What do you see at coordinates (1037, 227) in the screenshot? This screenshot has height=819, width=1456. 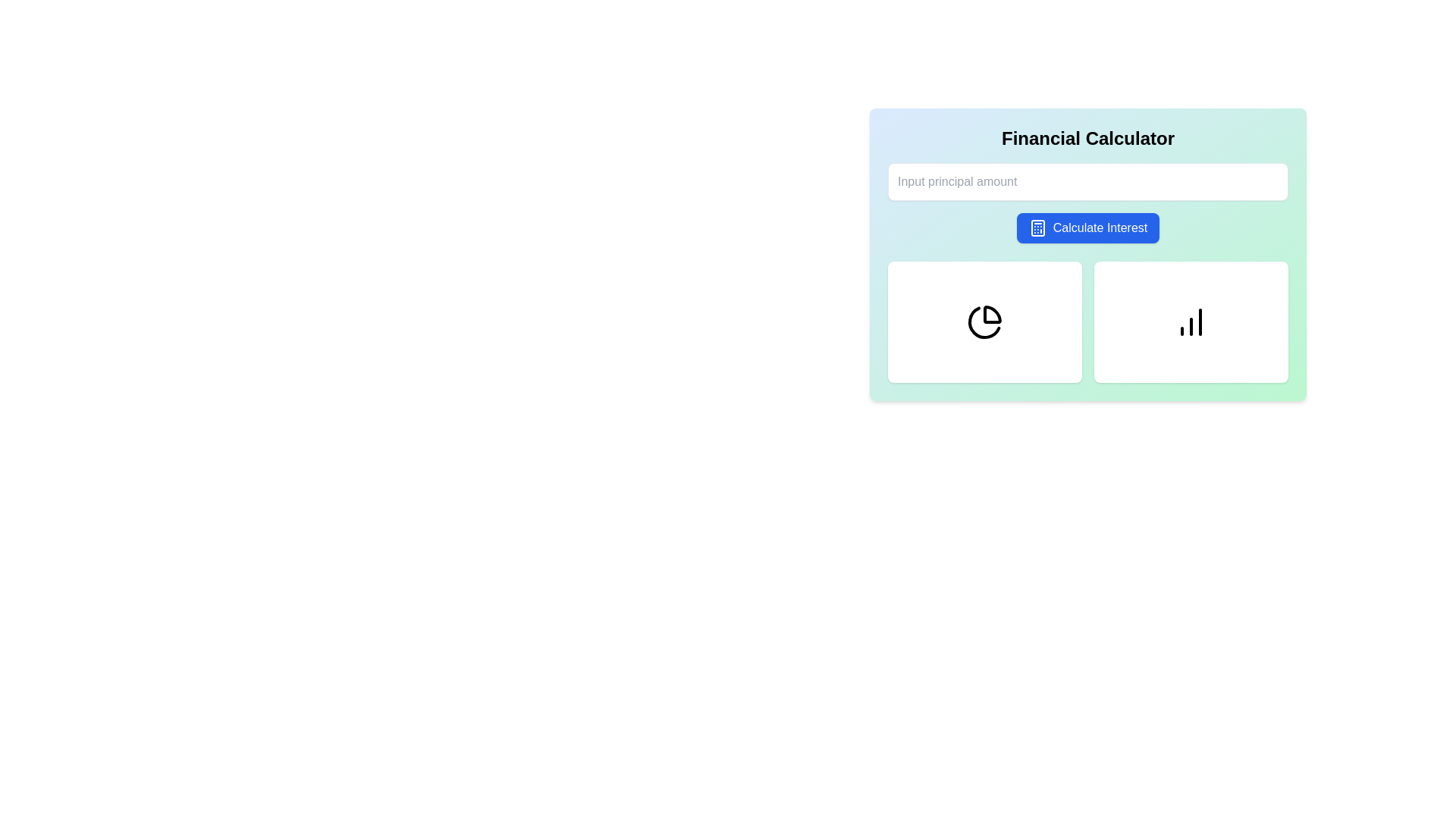 I see `the decorative SVG graphical element within the calculator icon on the 'Calculate Interest' button` at bounding box center [1037, 227].